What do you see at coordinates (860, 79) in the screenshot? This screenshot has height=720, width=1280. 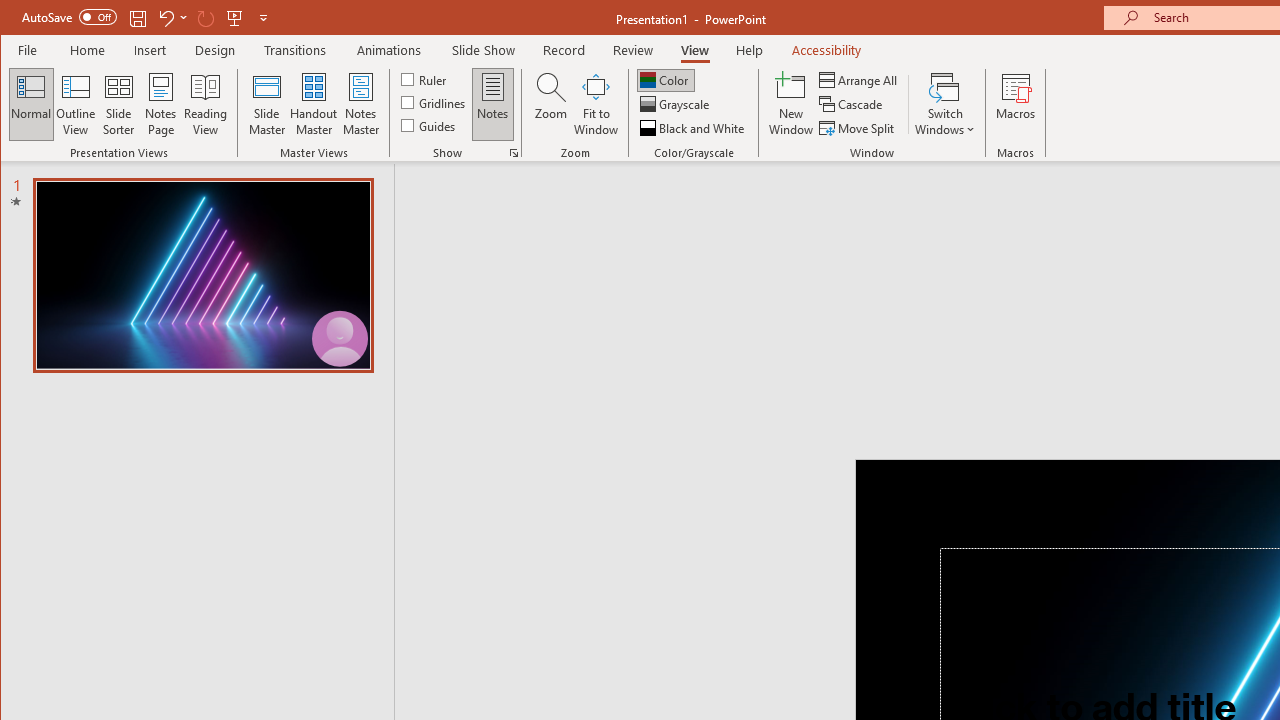 I see `'Arrange All'` at bounding box center [860, 79].